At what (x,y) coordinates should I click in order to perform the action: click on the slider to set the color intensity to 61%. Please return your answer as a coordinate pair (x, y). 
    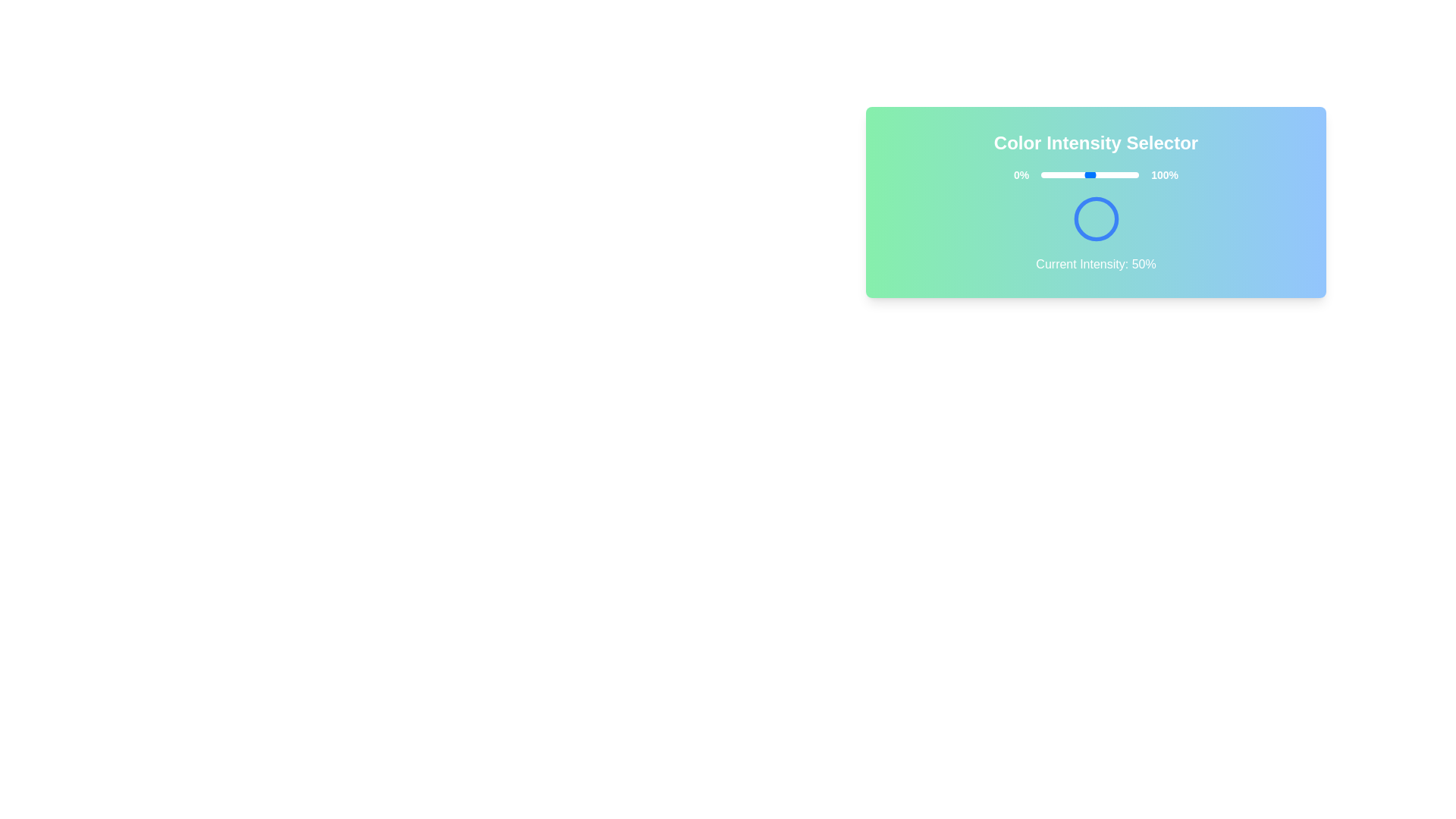
    Looking at the image, I should click on (1100, 174).